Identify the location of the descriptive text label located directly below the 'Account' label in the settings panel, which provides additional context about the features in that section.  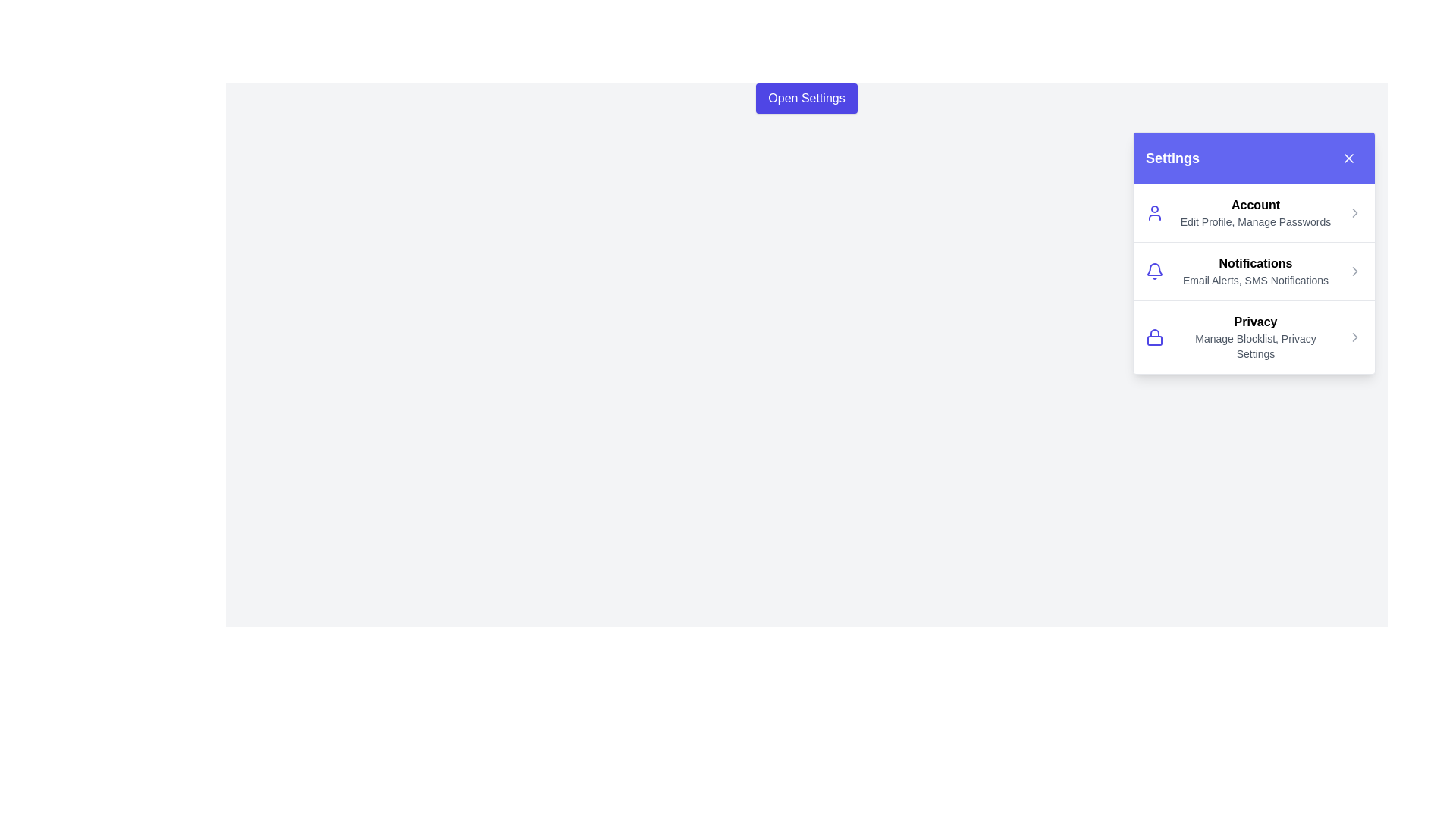
(1256, 222).